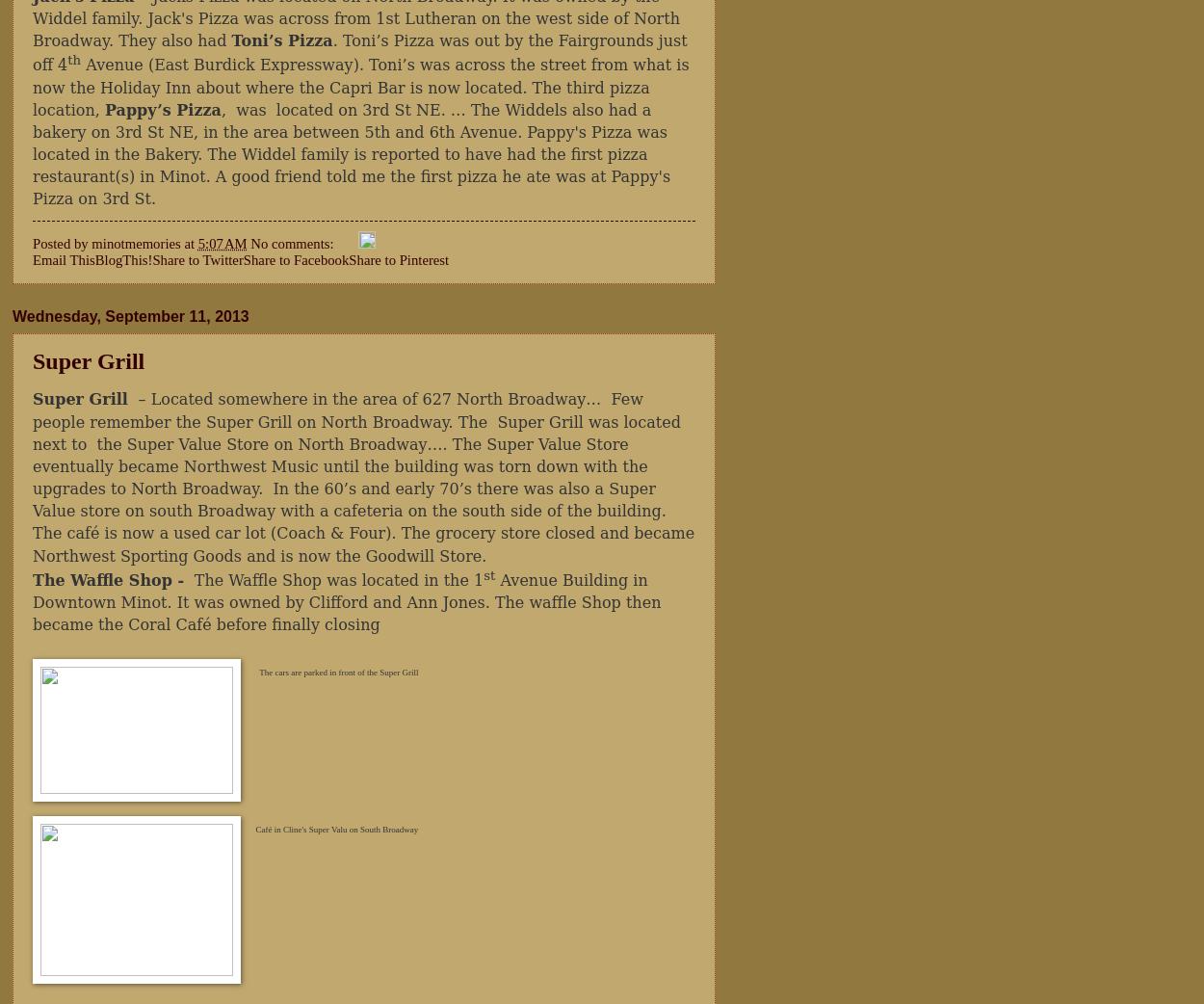  I want to click on '5:07 AM', so click(221, 241).